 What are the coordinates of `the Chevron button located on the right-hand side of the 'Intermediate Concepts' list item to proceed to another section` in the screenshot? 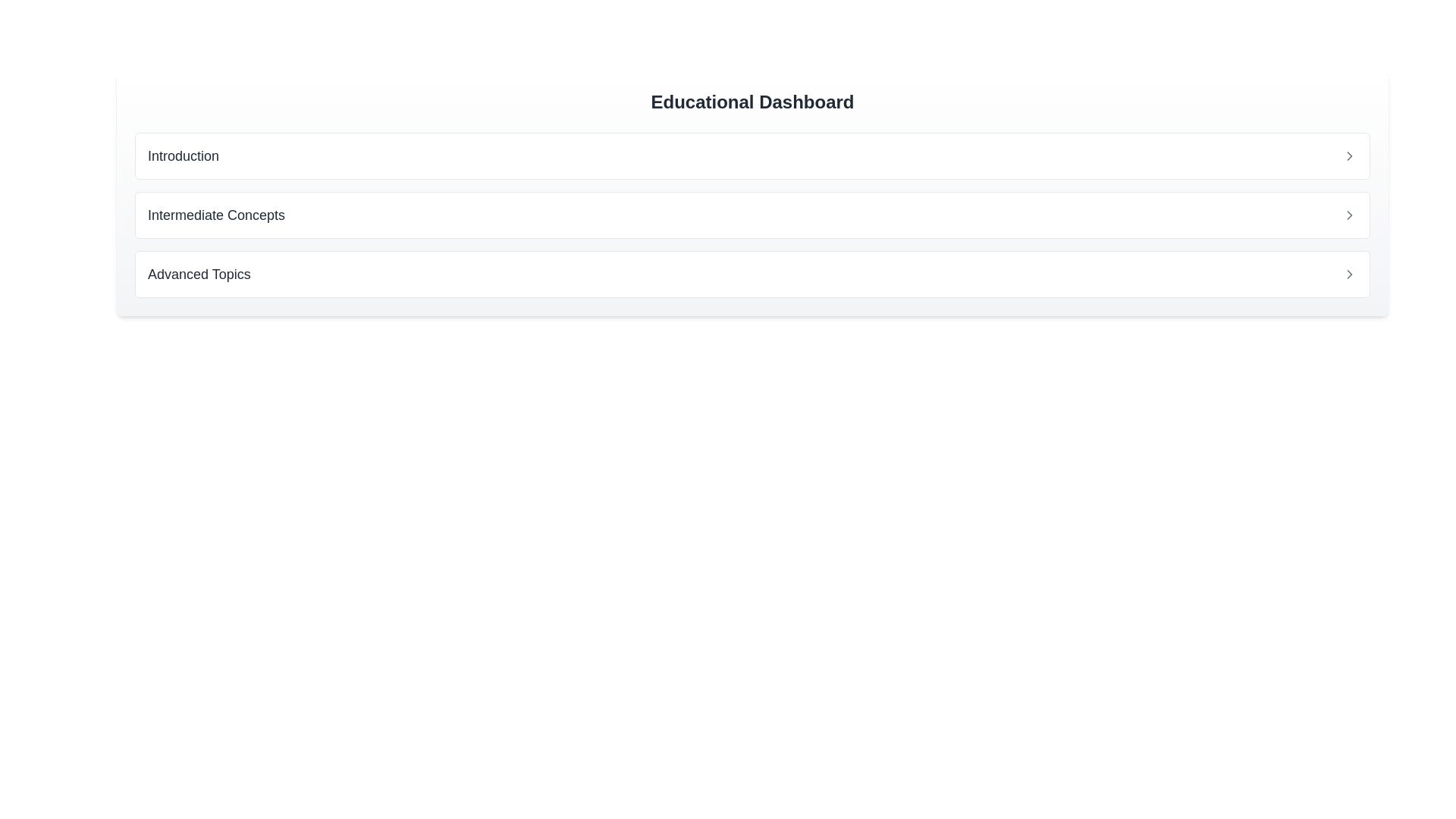 It's located at (1350, 215).